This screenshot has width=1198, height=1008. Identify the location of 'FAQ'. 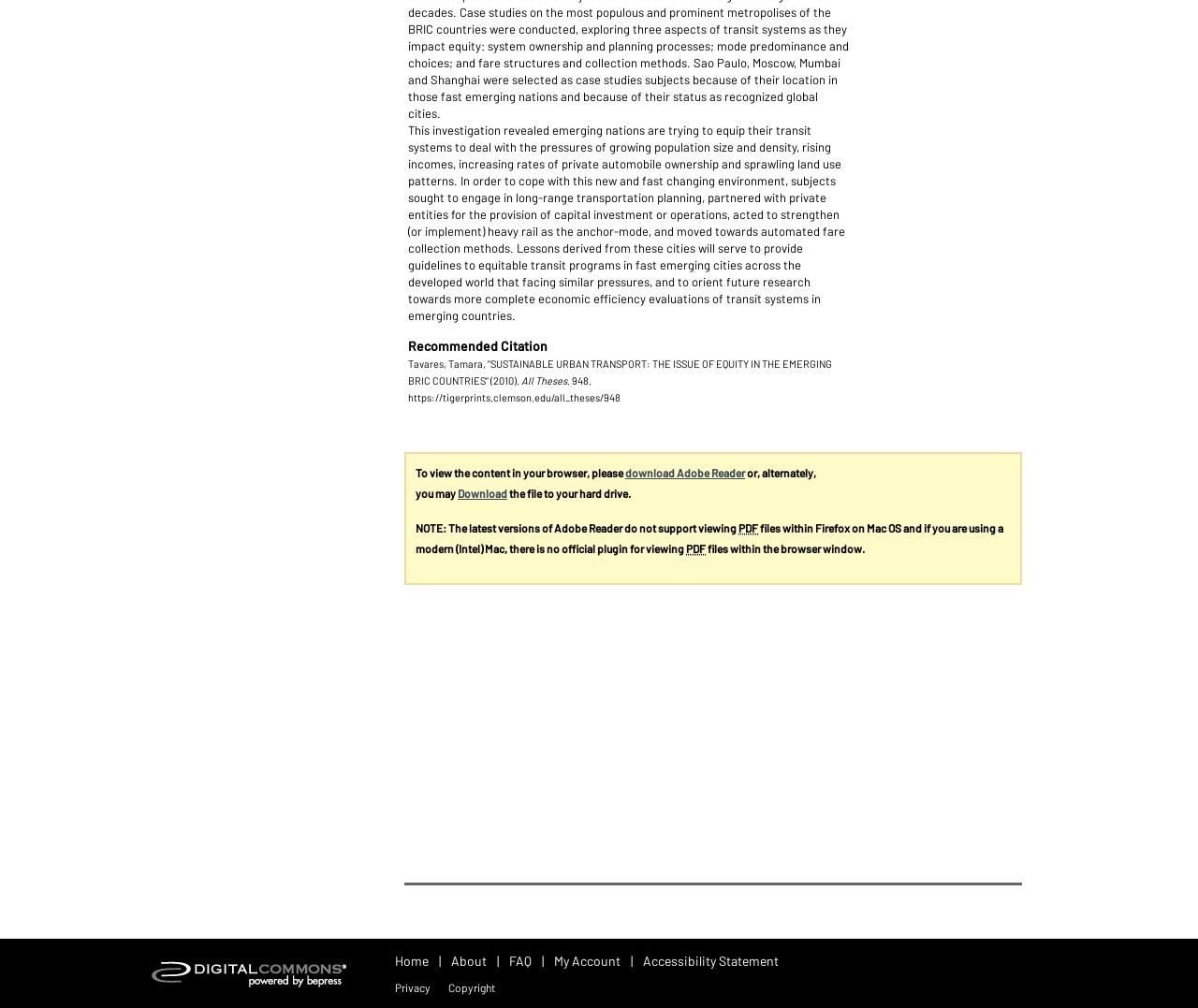
(520, 958).